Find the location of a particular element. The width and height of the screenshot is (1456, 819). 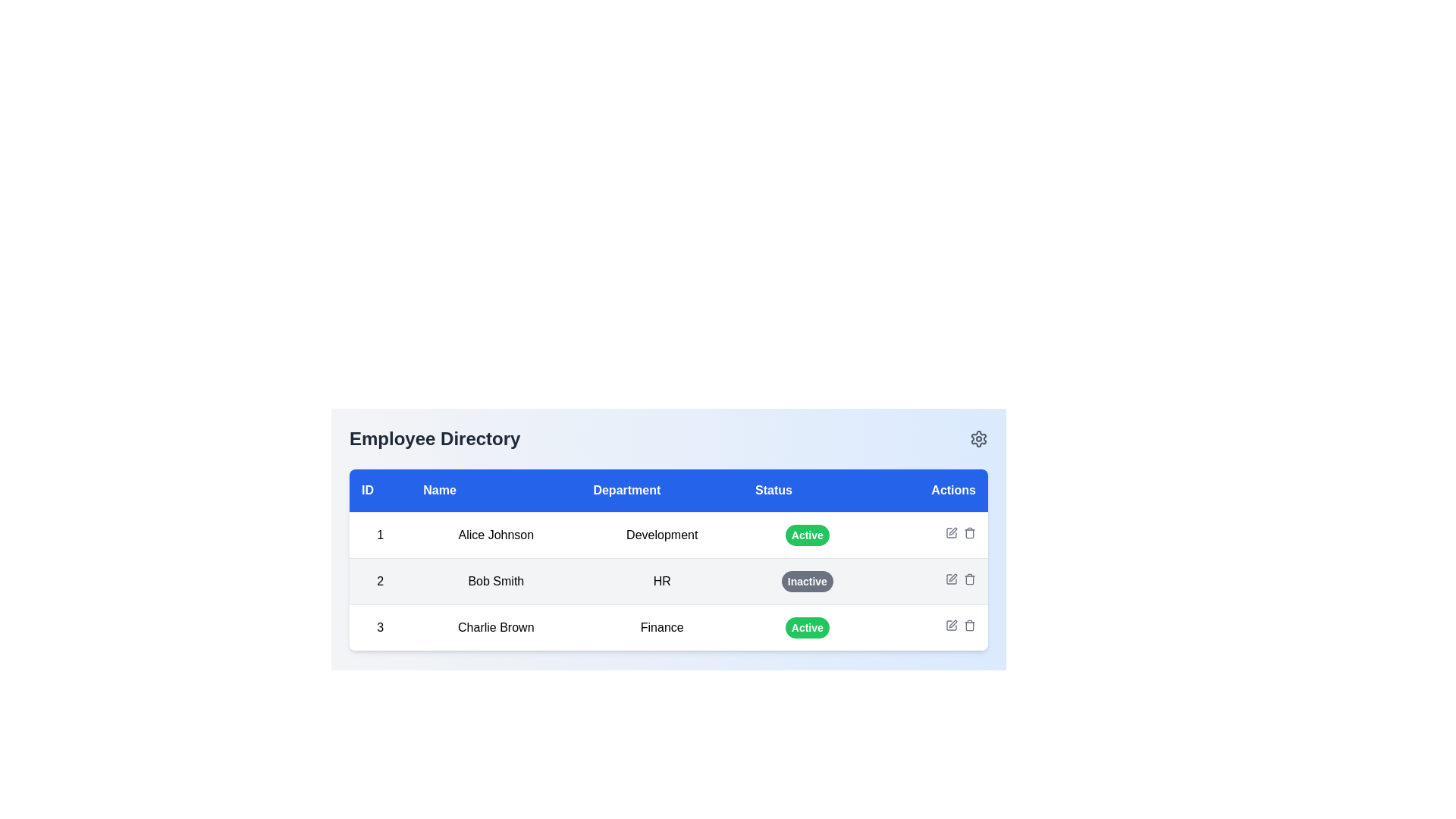

the 'HR' text label in the employee directory, which is located in the third column of the second row under the 'Department' header next to 'Bob Smith' is located at coordinates (662, 581).